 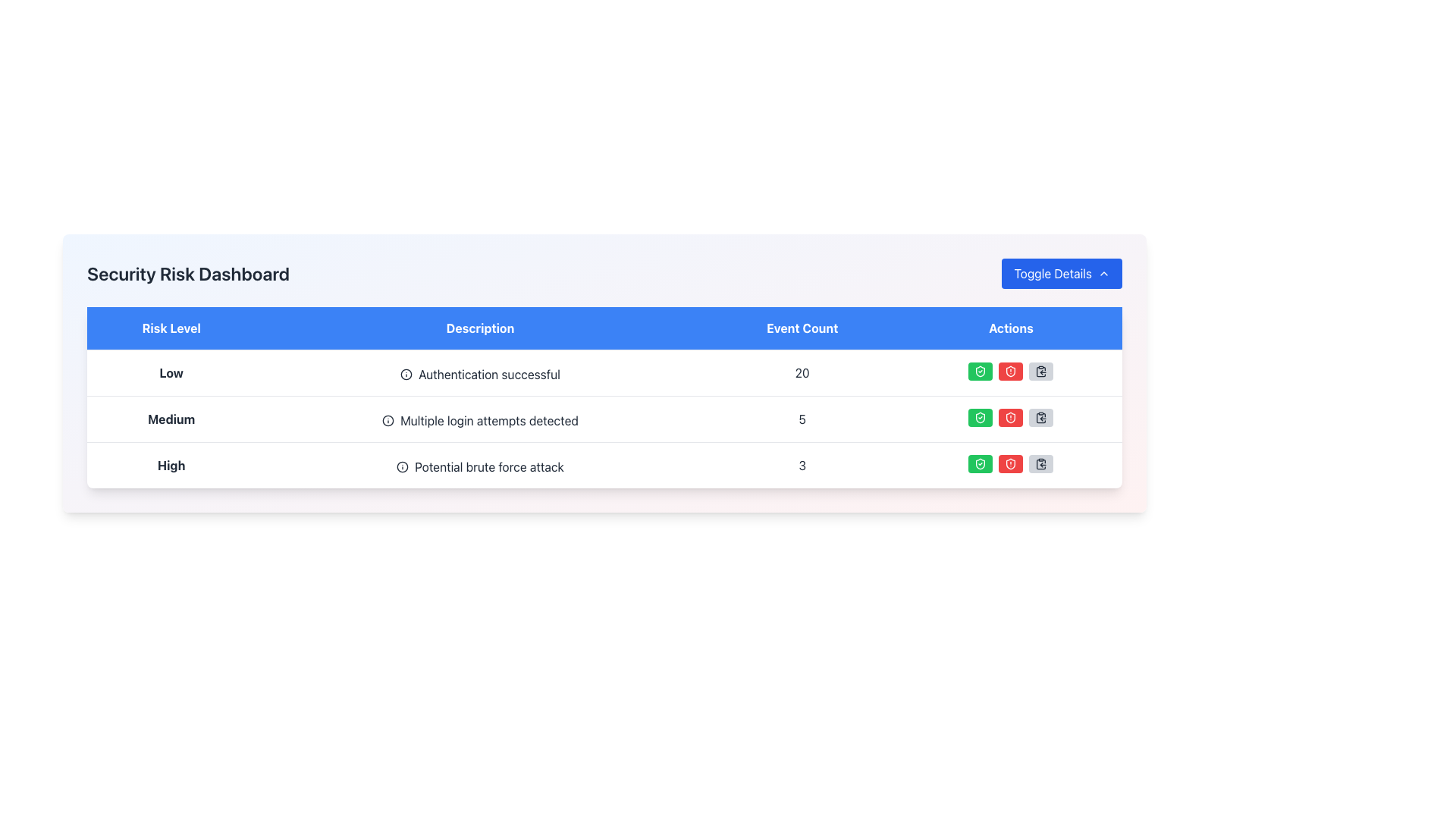 I want to click on the static text label in the table header that categorizes rows based on their associated risk level, located at the top-left portion of the table header row, so click(x=171, y=328).